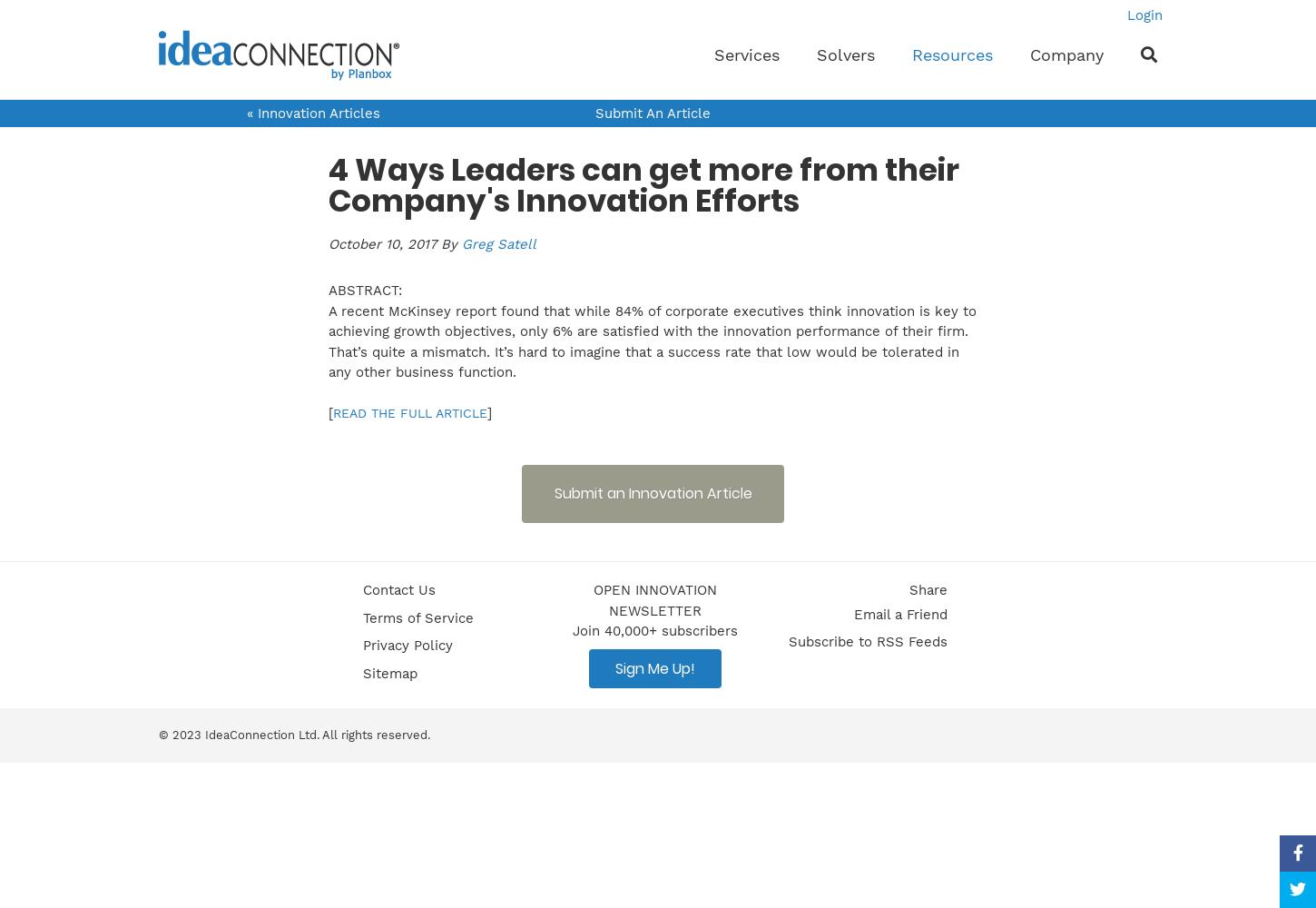  What do you see at coordinates (952, 54) in the screenshot?
I see `'Resources'` at bounding box center [952, 54].